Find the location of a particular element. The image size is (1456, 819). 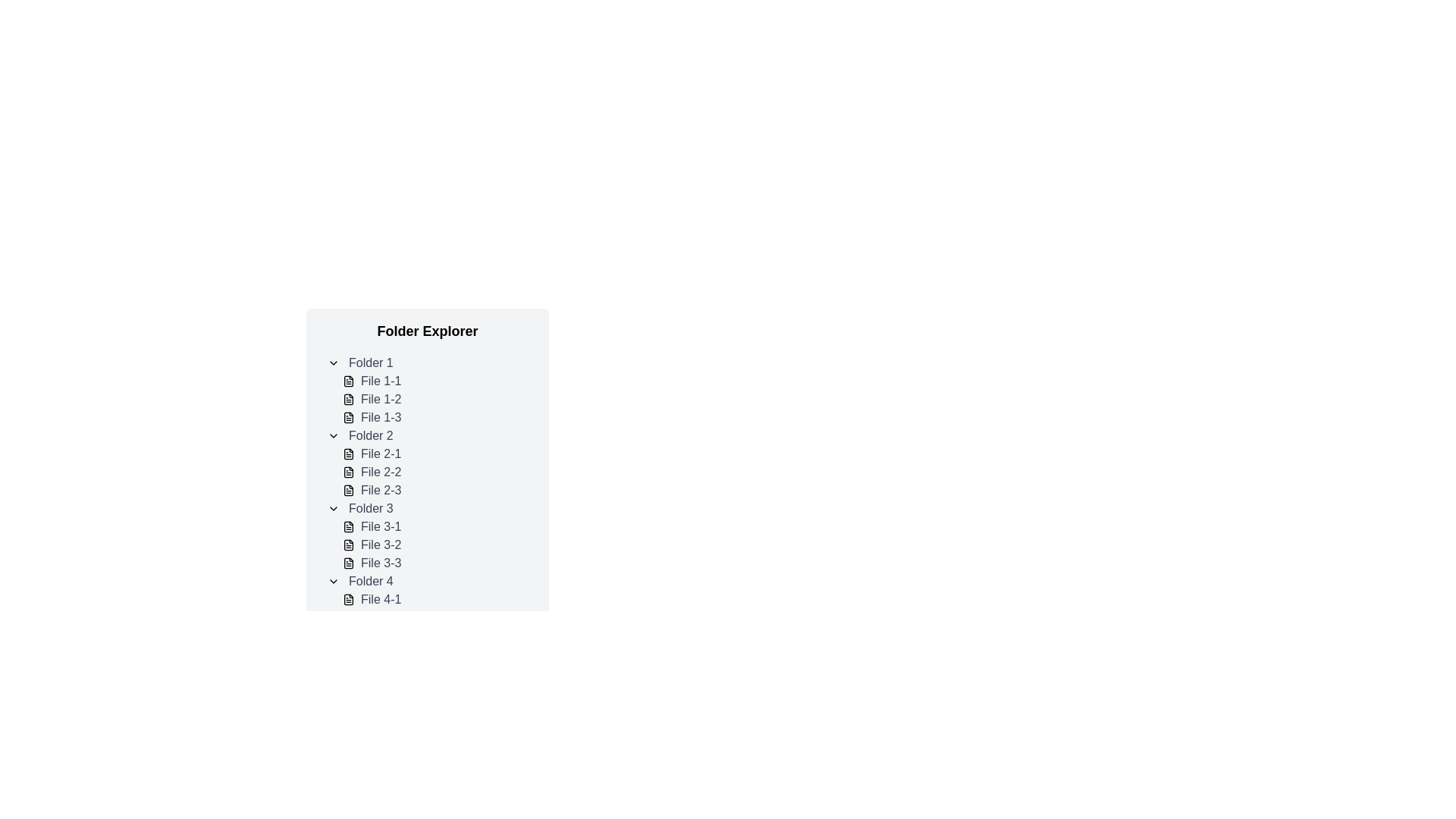

the document icon, which is the first item under 'Folder 4' in the 'Folder Explorer' section is located at coordinates (348, 598).